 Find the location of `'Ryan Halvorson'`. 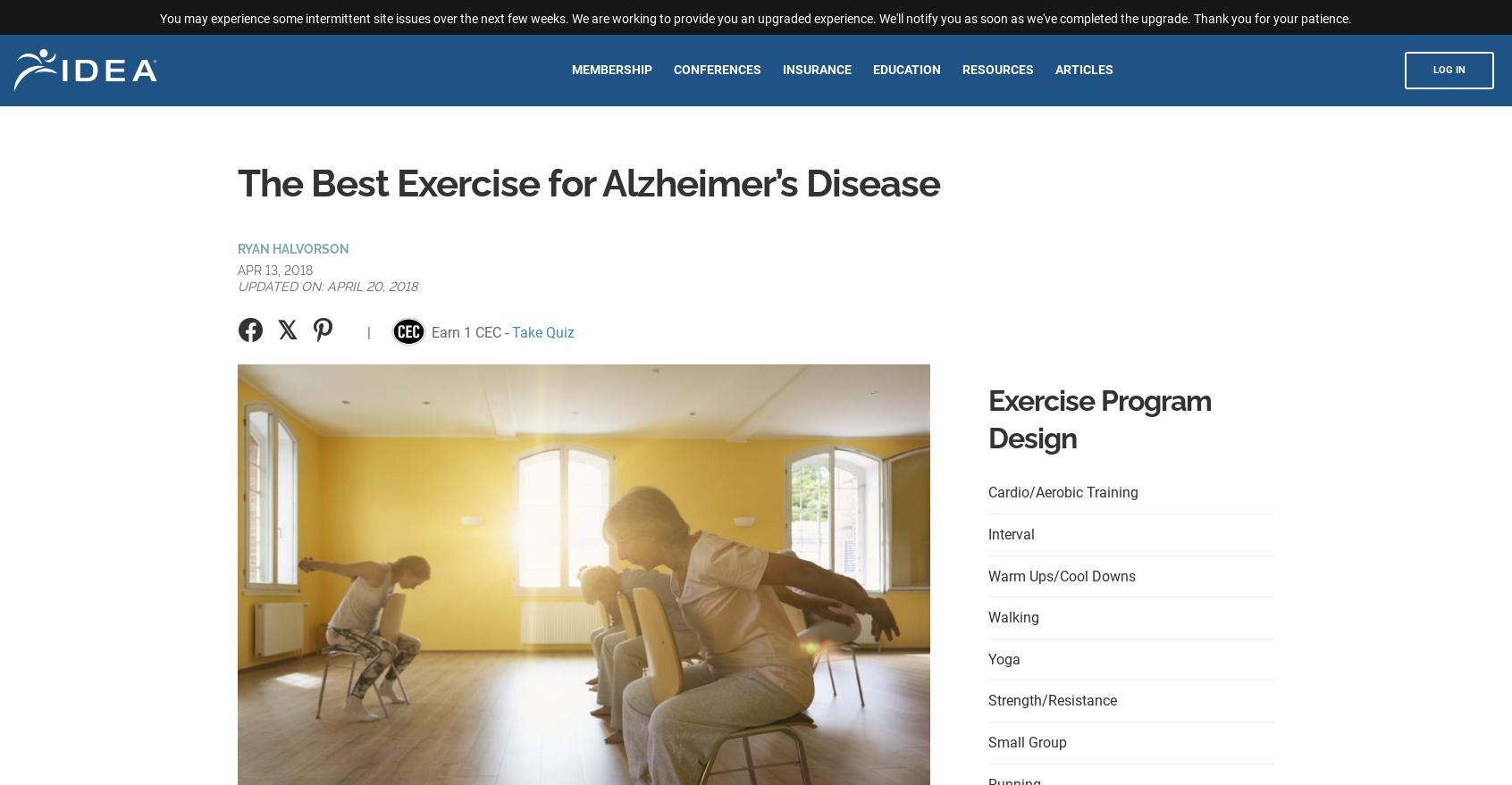

'Ryan Halvorson' is located at coordinates (237, 246).